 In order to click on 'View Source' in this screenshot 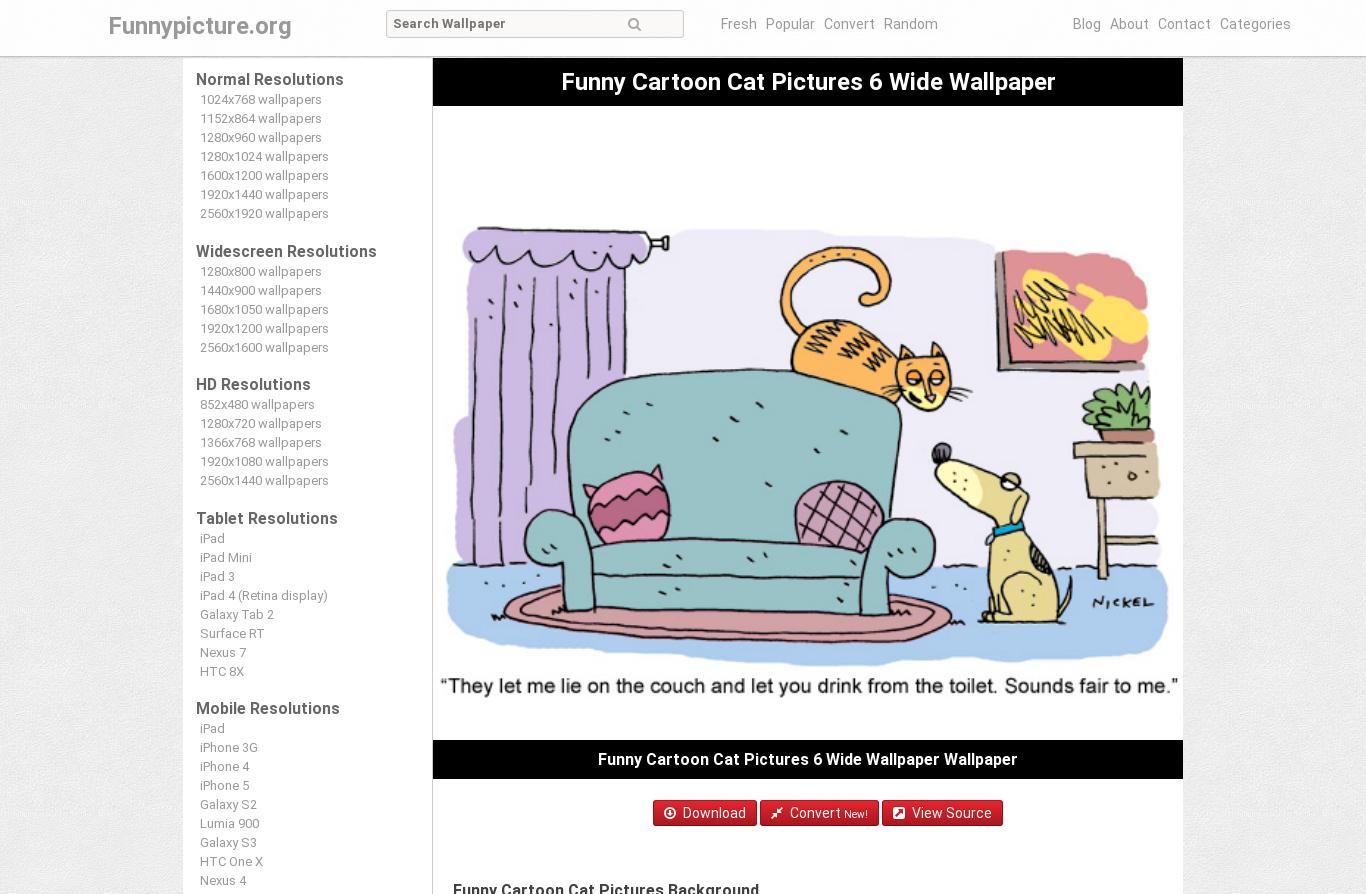, I will do `click(950, 811)`.